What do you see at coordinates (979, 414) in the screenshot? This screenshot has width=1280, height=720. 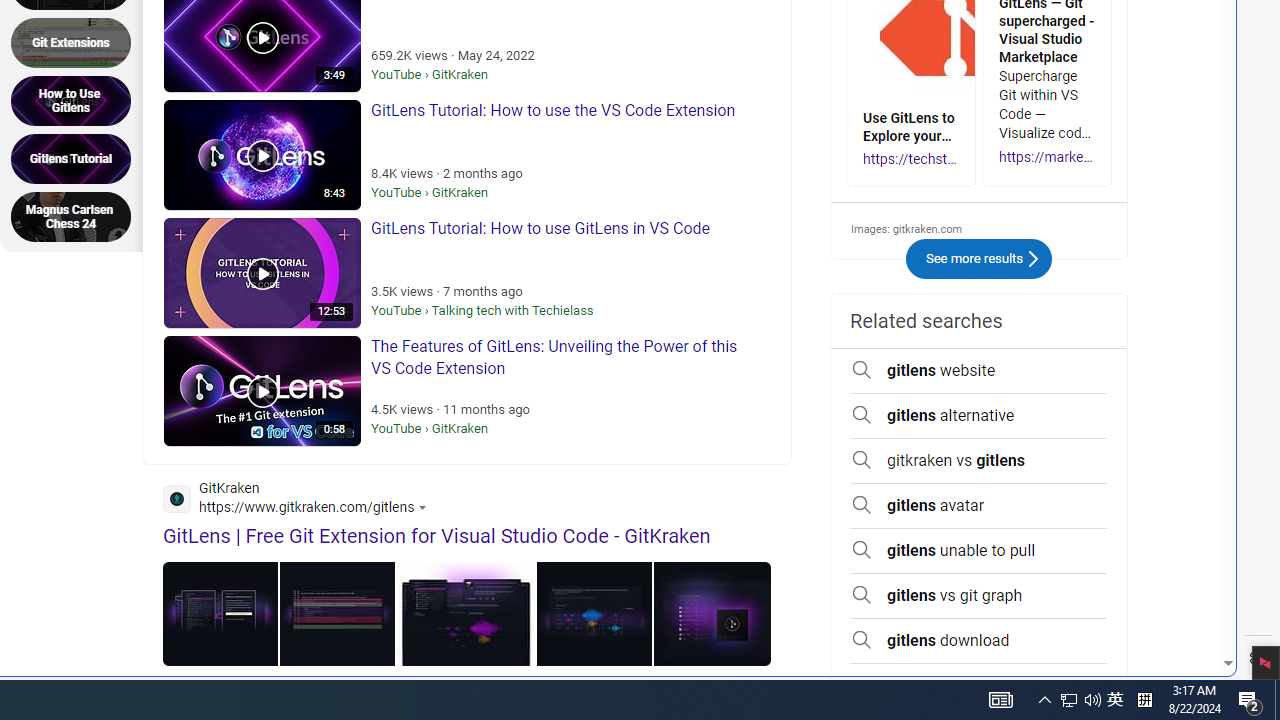 I see `'gitlens alternative'` at bounding box center [979, 414].